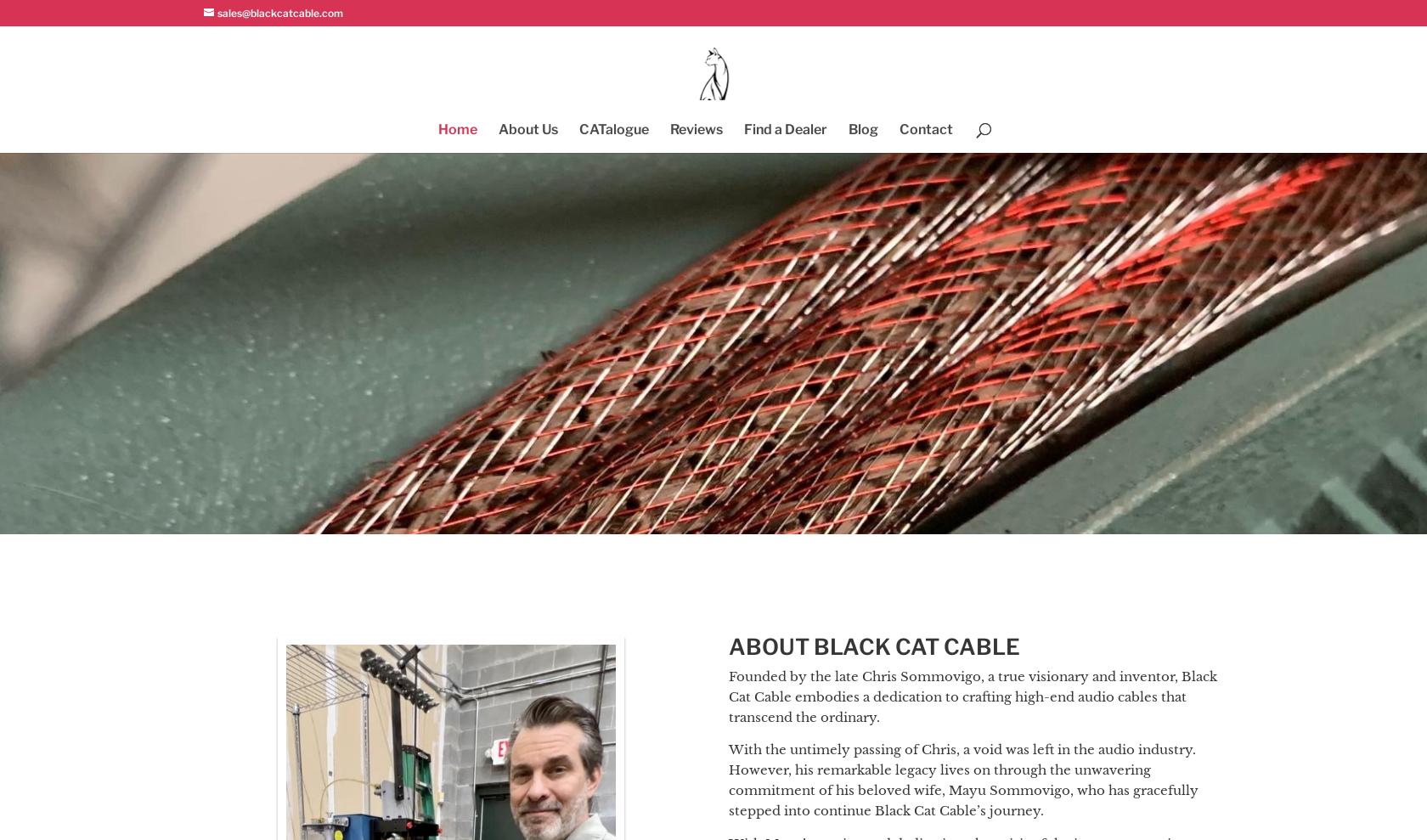 The image size is (1427, 840). I want to click on 'Blog', so click(861, 128).